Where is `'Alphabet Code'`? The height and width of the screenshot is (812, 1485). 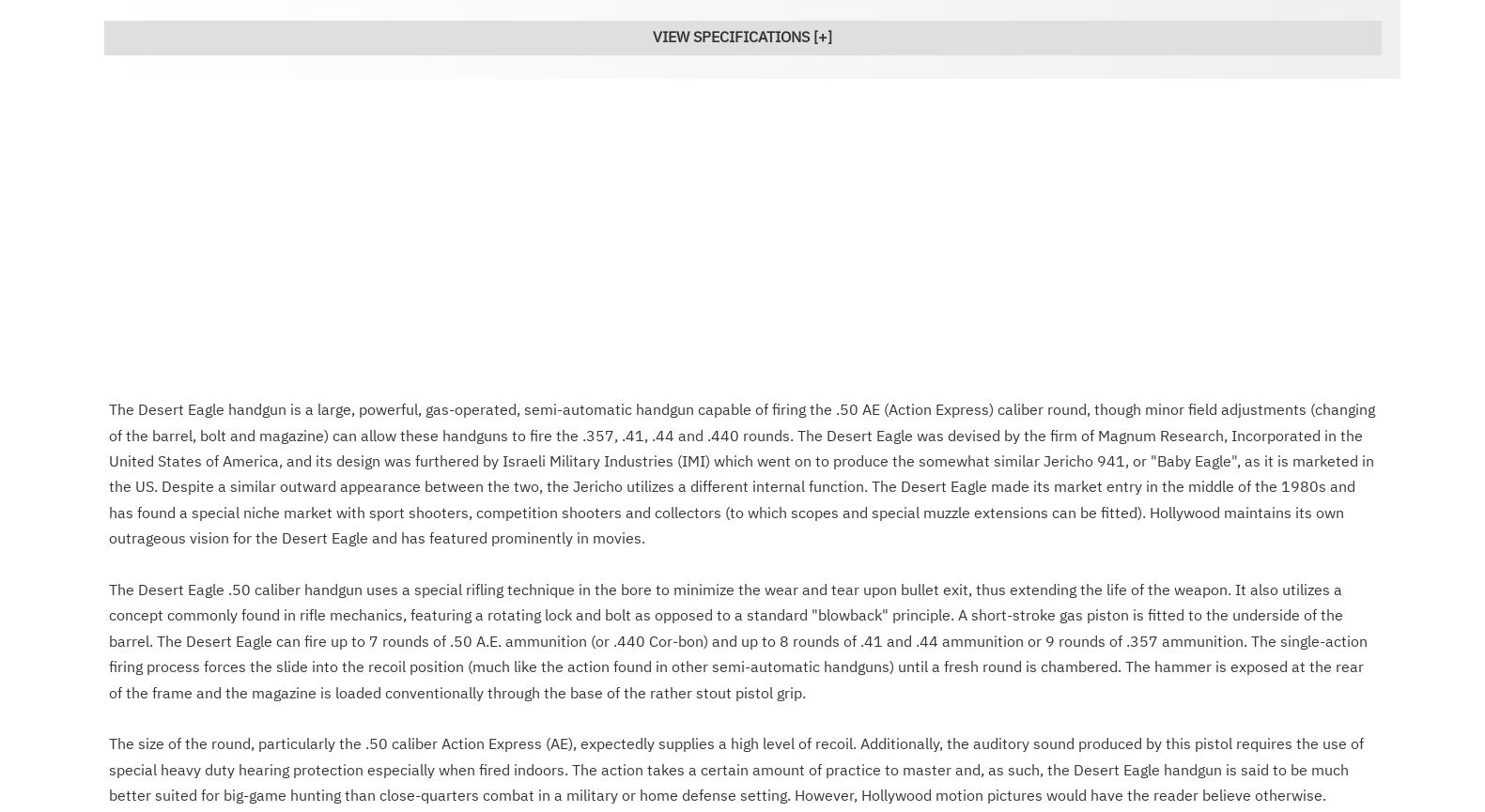 'Alphabet Code' is located at coordinates (874, 797).